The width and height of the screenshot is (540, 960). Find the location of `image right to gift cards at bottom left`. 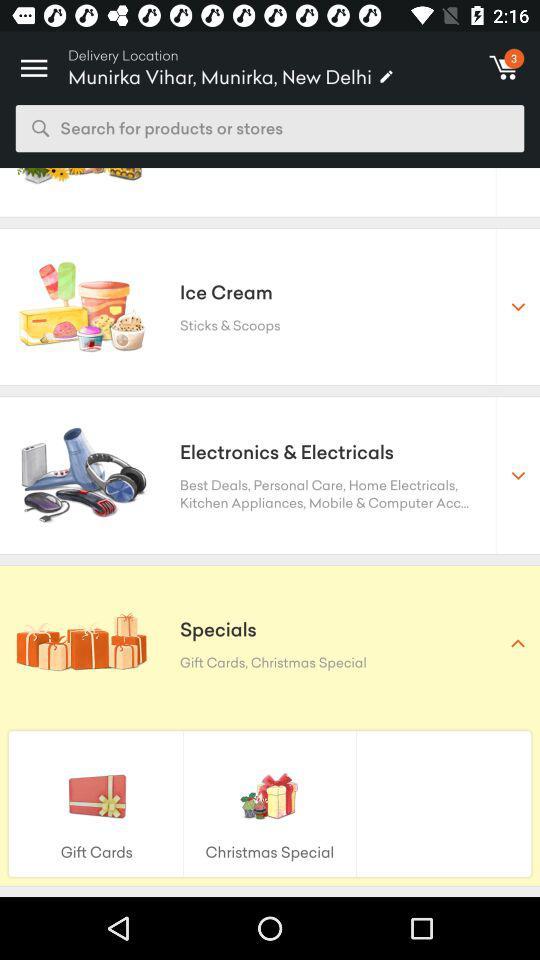

image right to gift cards at bottom left is located at coordinates (270, 794).